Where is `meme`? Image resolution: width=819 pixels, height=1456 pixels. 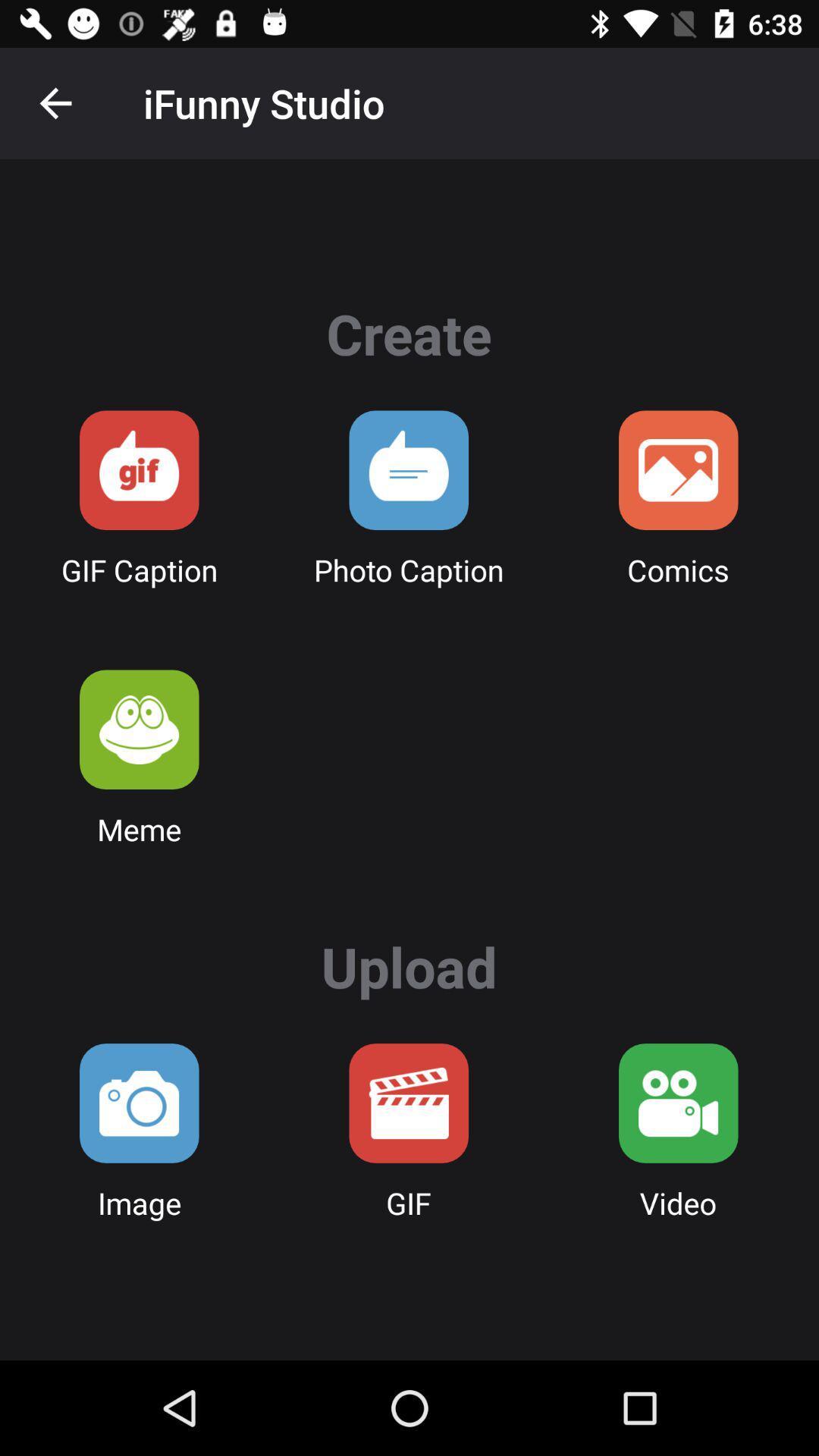 meme is located at coordinates (139, 730).